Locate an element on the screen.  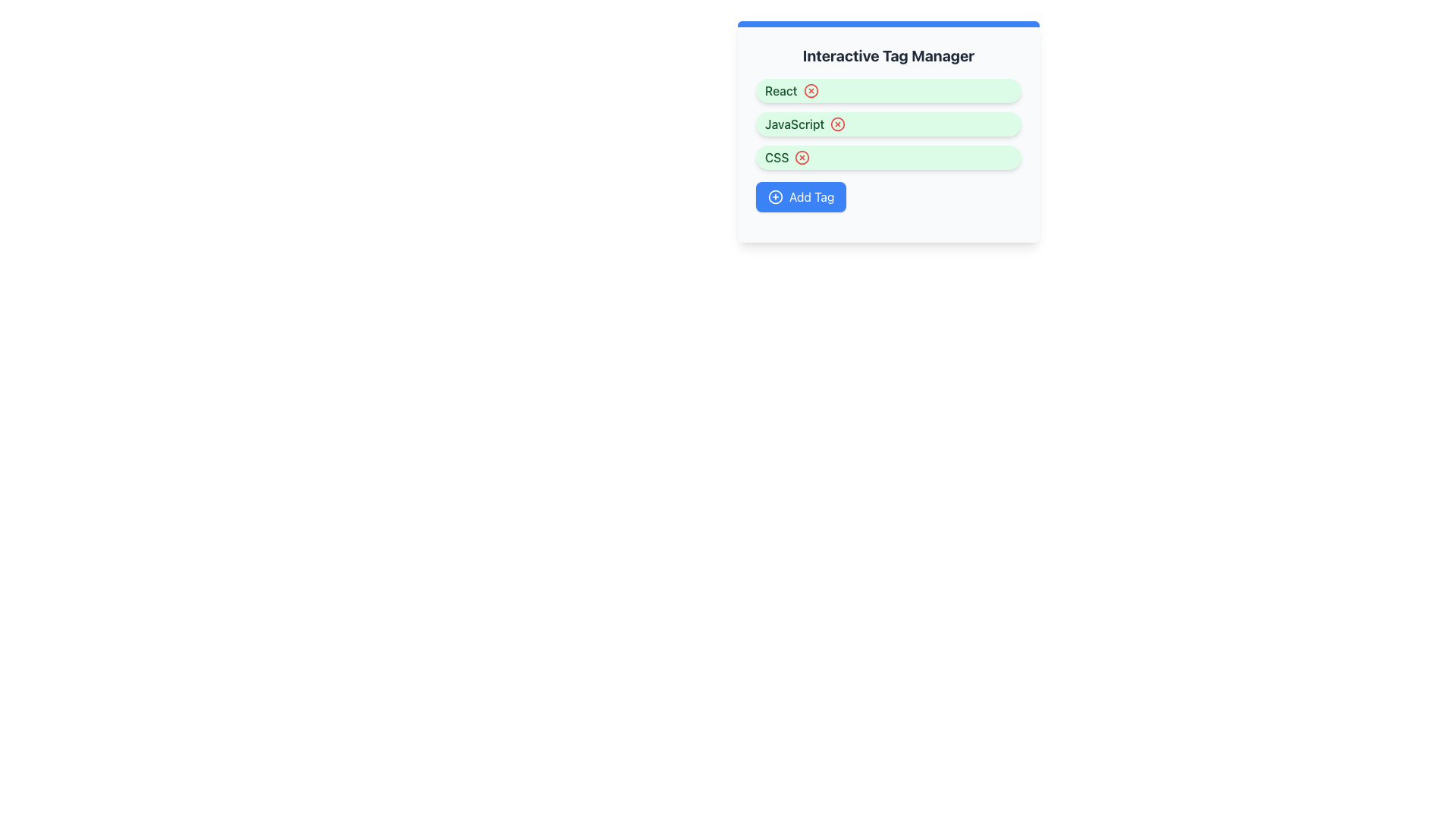
the red circular button with a cross symbol inside, located to the right of the label 'React', to change its color is located at coordinates (810, 90).